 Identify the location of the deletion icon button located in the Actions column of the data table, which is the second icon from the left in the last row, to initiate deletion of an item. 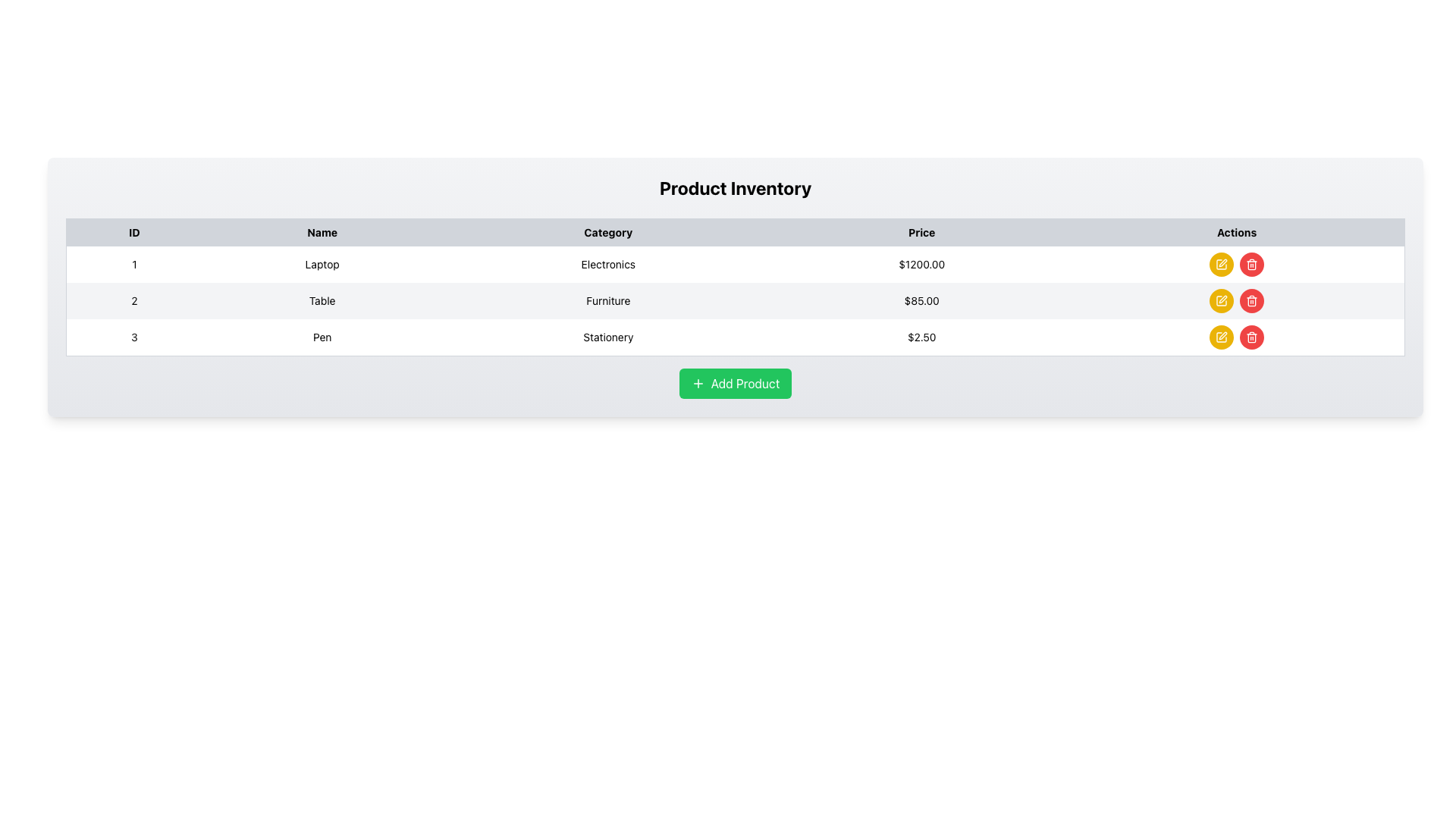
(1252, 263).